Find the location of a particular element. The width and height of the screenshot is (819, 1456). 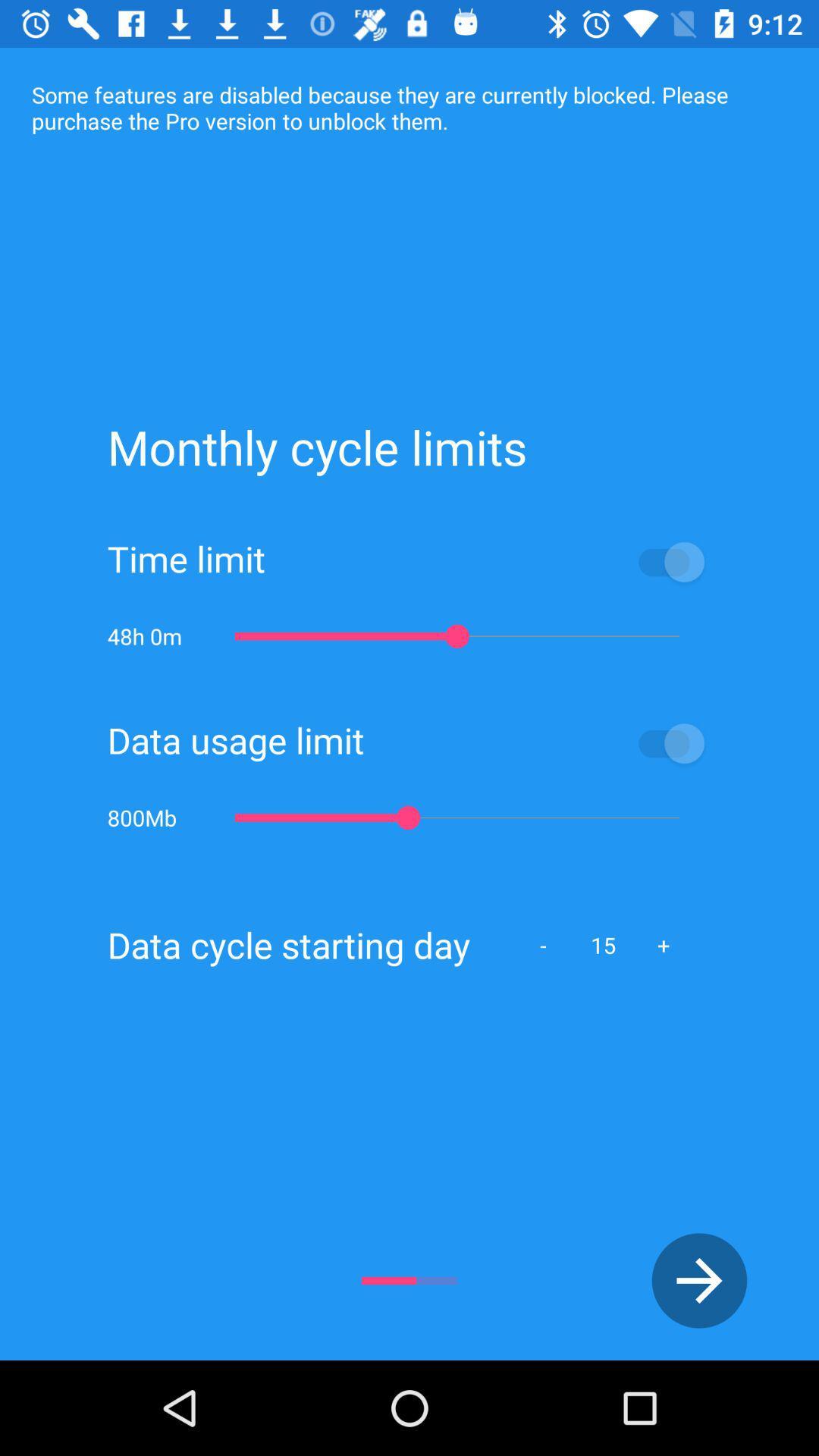

next screen is located at coordinates (699, 1280).